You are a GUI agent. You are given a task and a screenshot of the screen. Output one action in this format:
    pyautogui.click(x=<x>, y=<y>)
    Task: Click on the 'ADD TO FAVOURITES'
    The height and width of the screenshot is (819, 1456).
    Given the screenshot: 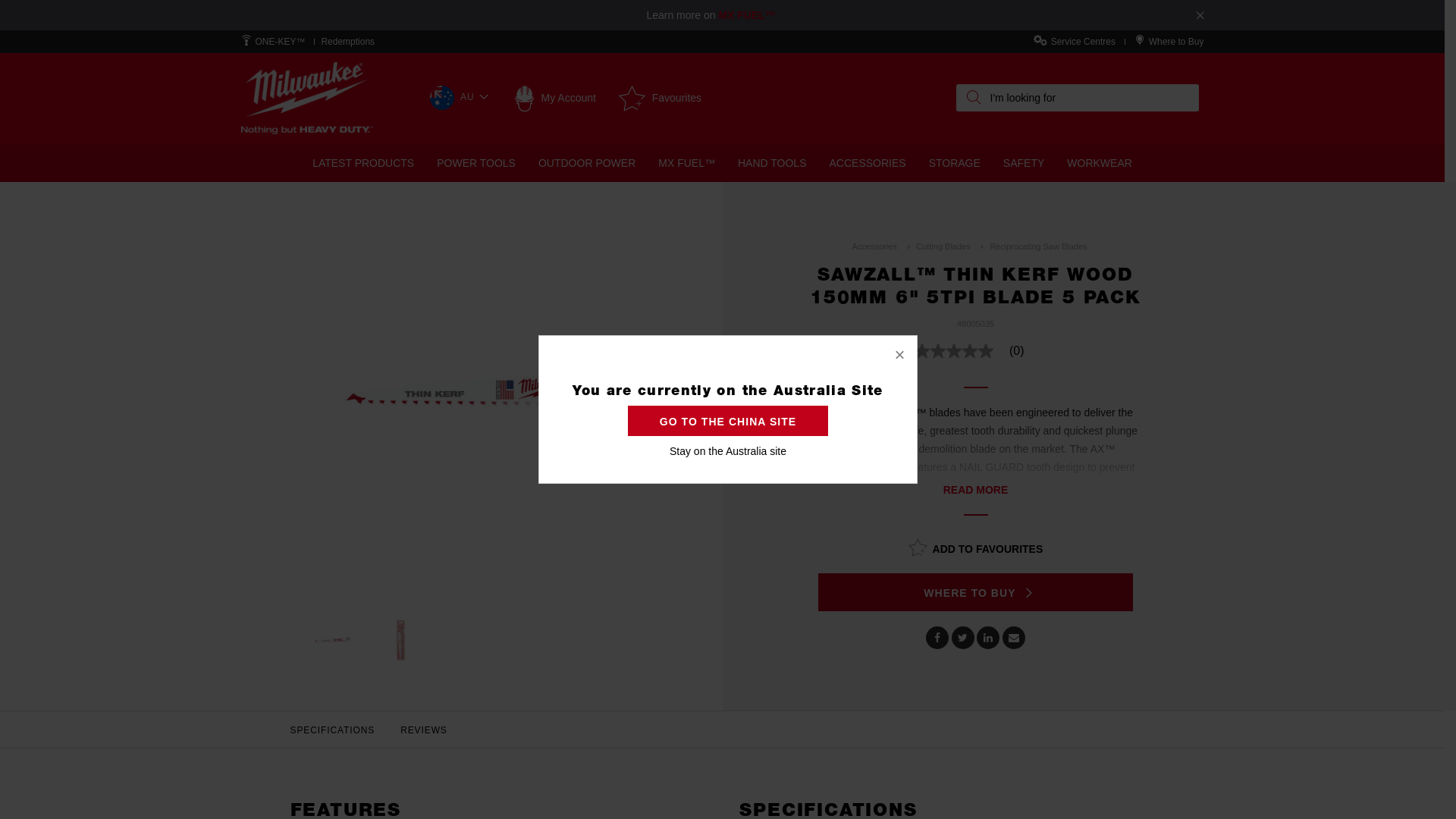 What is the action you would take?
    pyautogui.click(x=975, y=547)
    